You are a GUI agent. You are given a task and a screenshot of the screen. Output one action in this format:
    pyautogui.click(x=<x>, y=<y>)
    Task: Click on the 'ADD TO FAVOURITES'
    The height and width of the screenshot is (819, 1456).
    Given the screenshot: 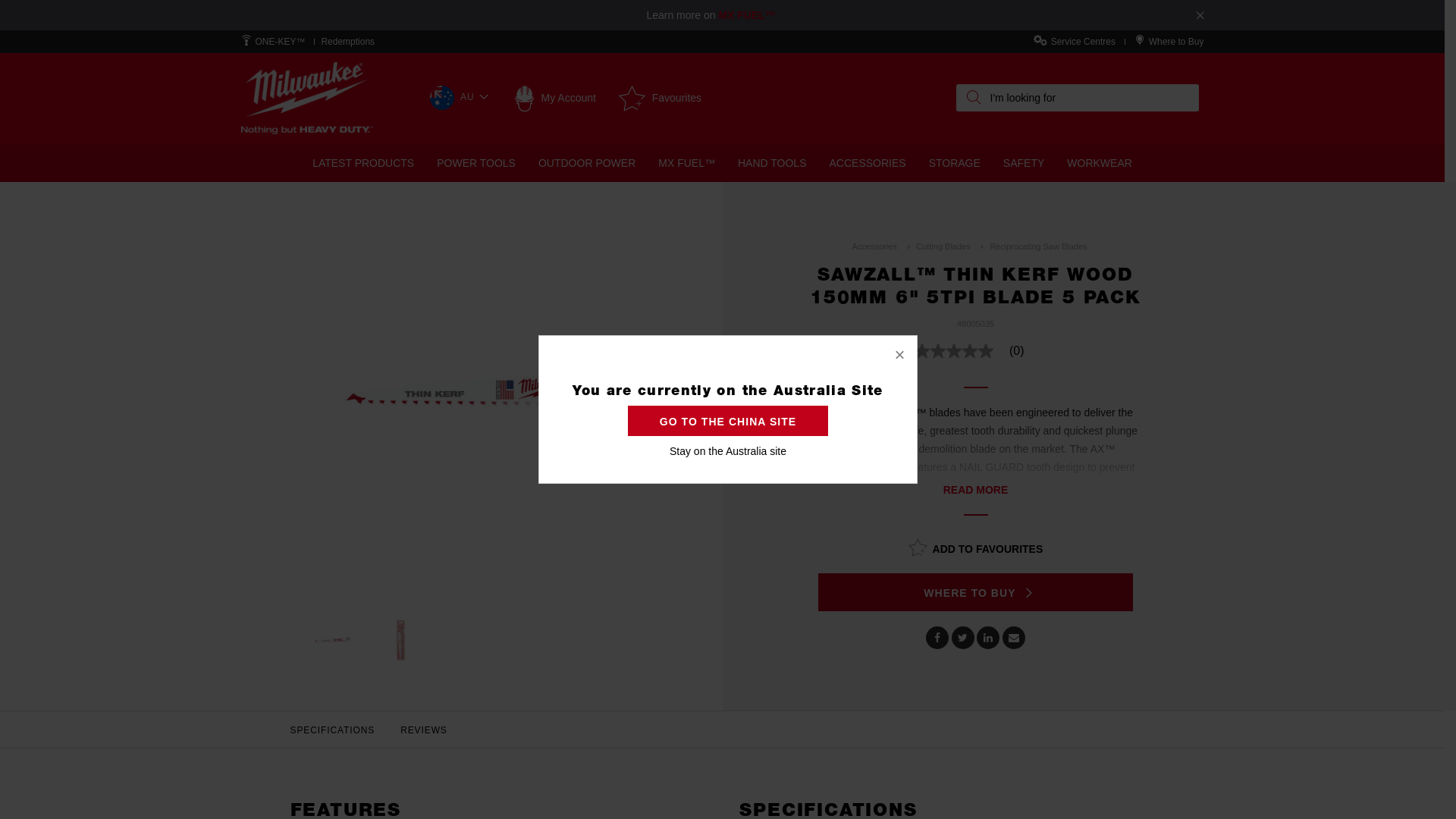 What is the action you would take?
    pyautogui.click(x=975, y=547)
    